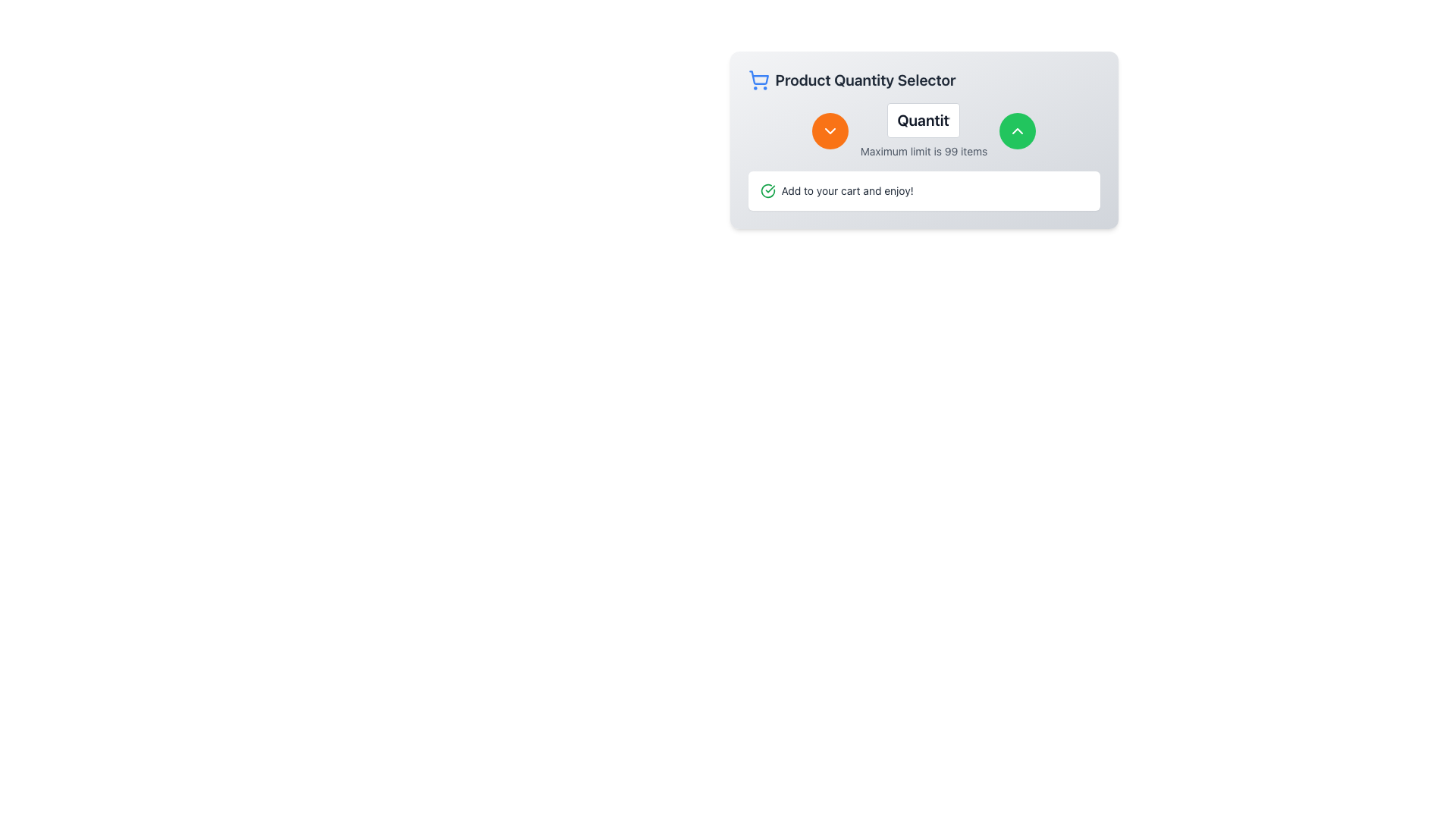 This screenshot has height=819, width=1456. I want to click on the upward chevron icon located within the green circular button at the top-right area of the interface, so click(1018, 130).